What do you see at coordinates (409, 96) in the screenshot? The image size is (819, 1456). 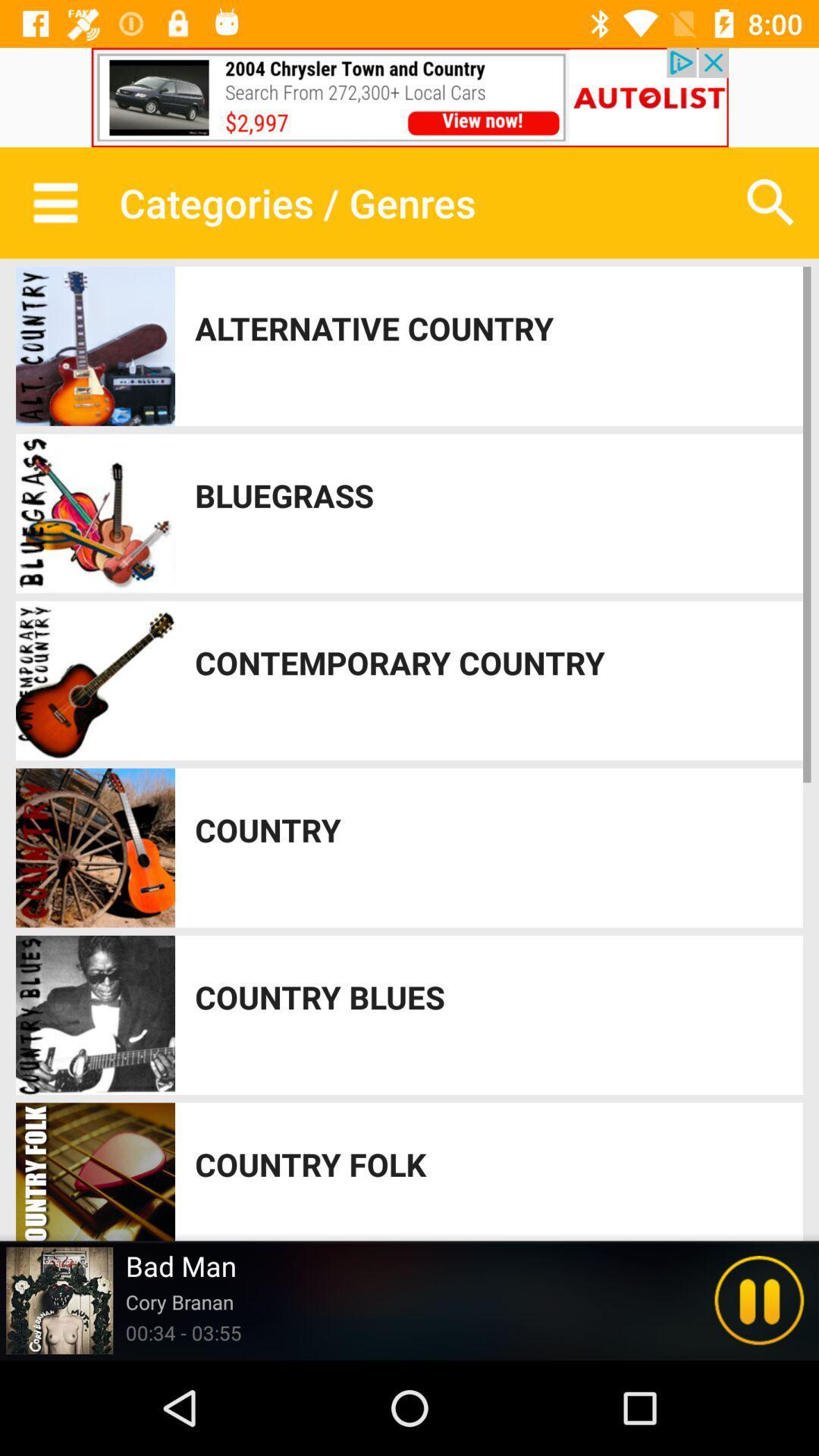 I see `open advertisement` at bounding box center [409, 96].